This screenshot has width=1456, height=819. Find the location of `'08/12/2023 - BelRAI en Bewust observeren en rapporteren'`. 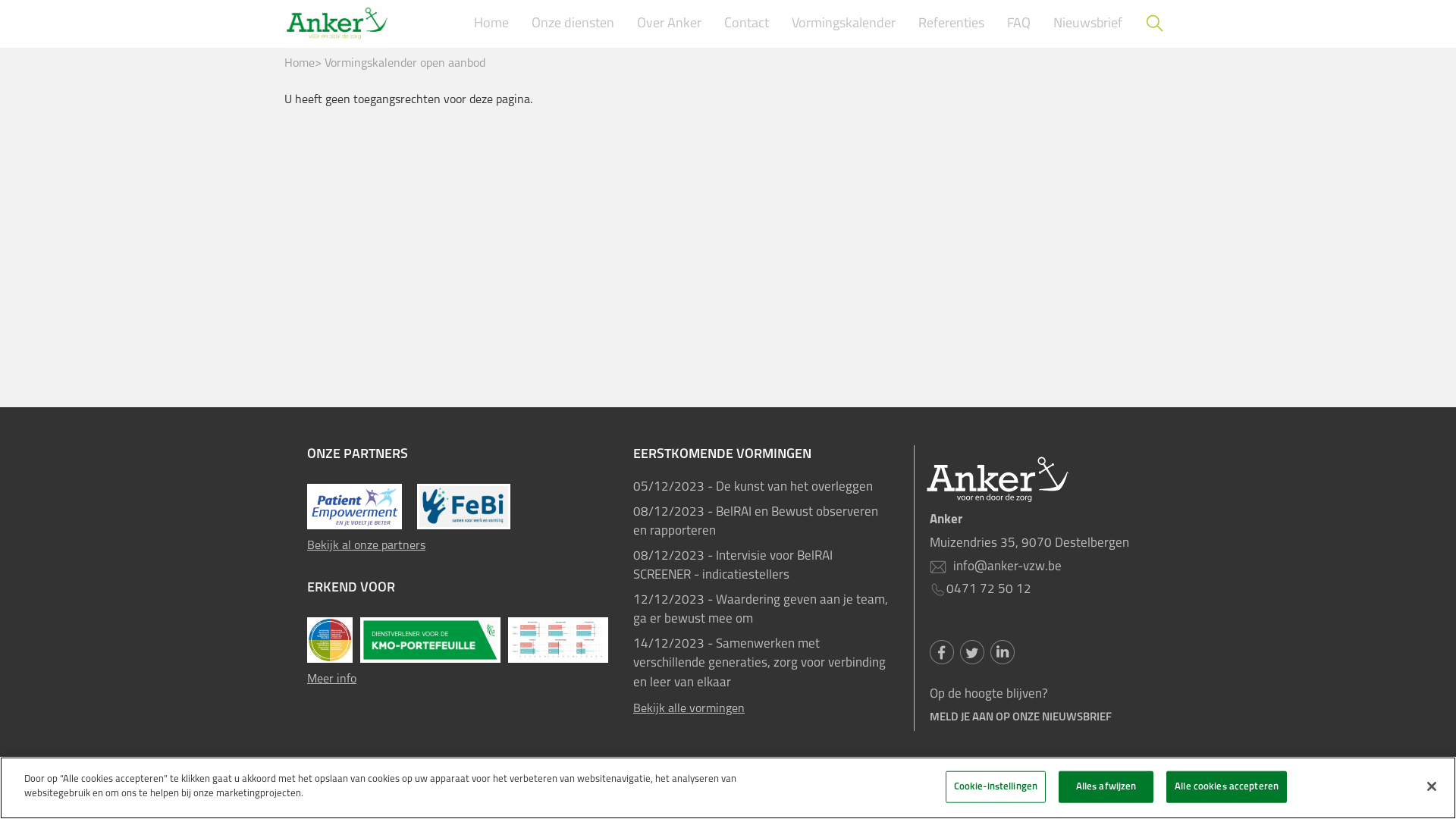

'08/12/2023 - BelRAI en Bewust observeren en rapporteren' is located at coordinates (761, 520).